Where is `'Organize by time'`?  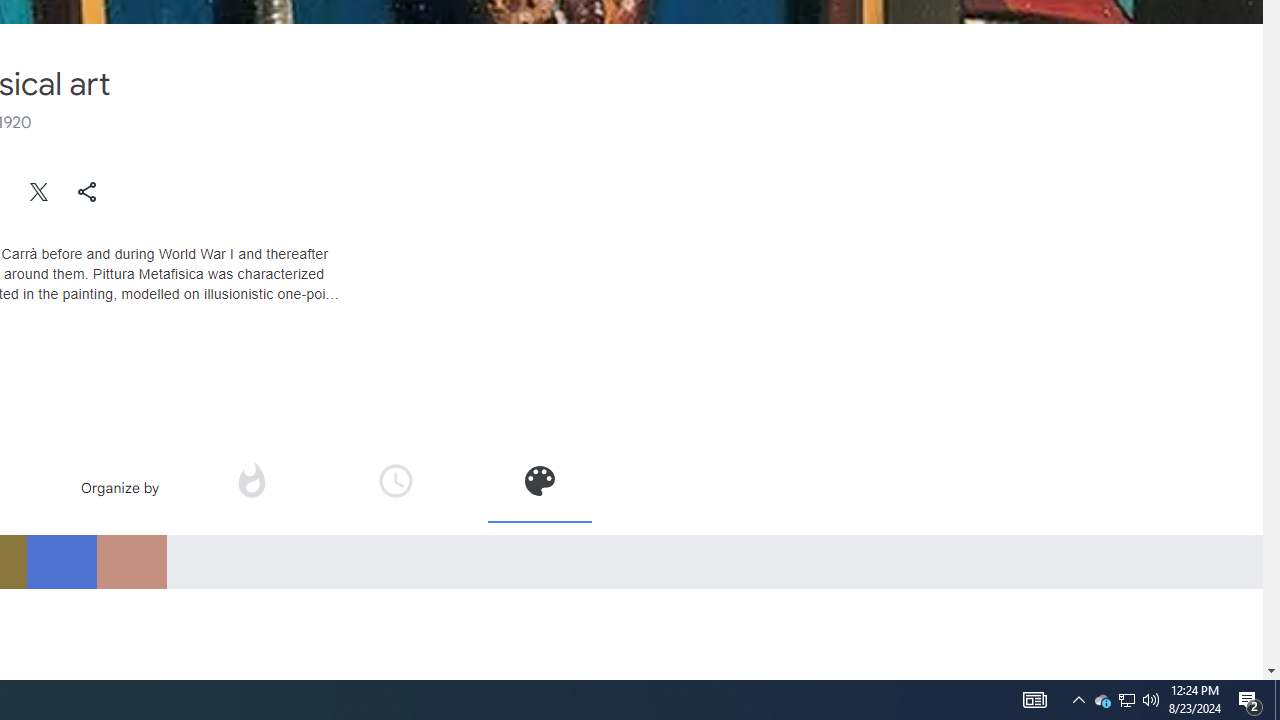 'Organize by time' is located at coordinates (395, 487).